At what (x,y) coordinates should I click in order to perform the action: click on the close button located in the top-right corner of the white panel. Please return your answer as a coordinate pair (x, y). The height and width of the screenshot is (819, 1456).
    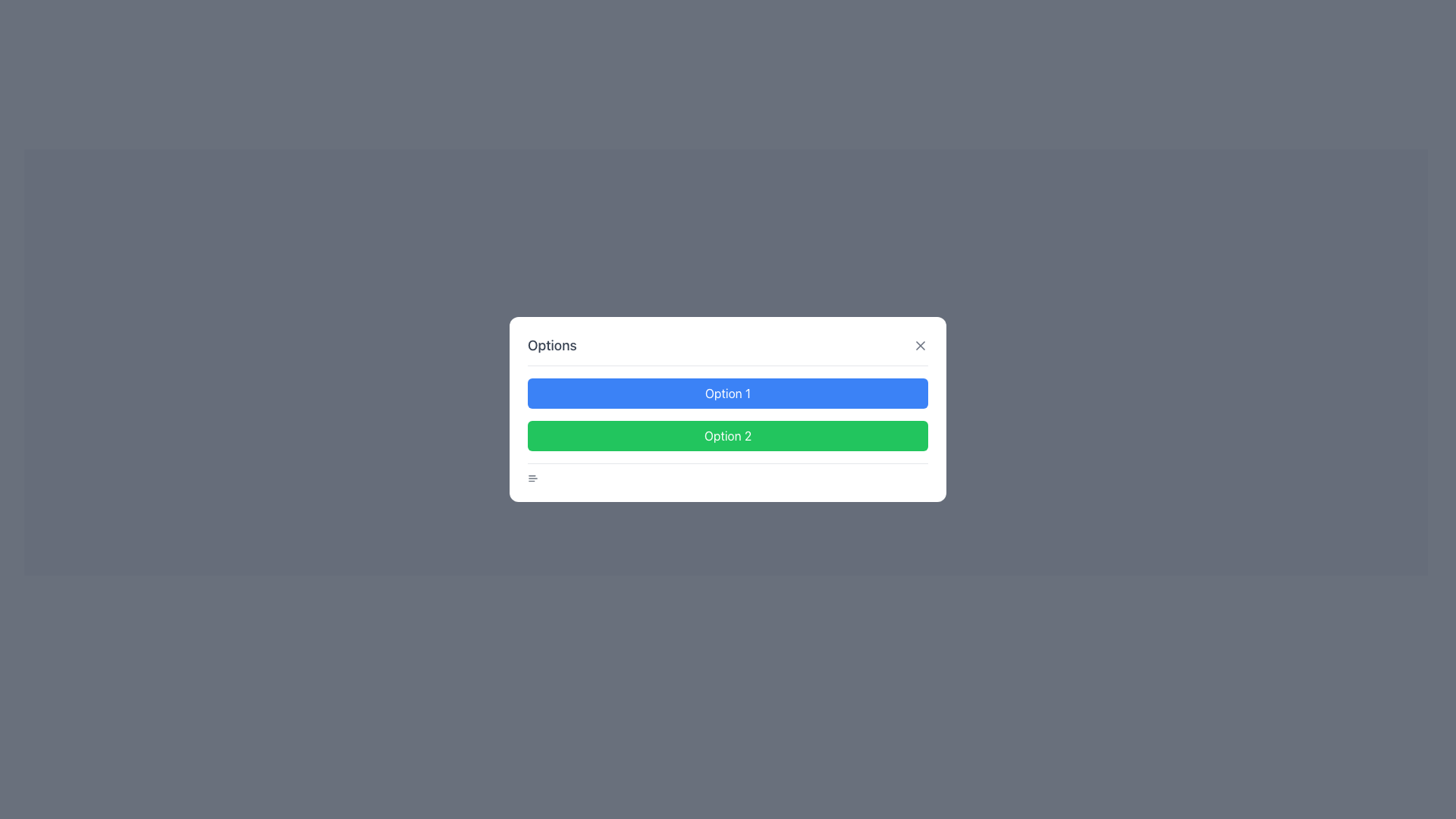
    Looking at the image, I should click on (920, 345).